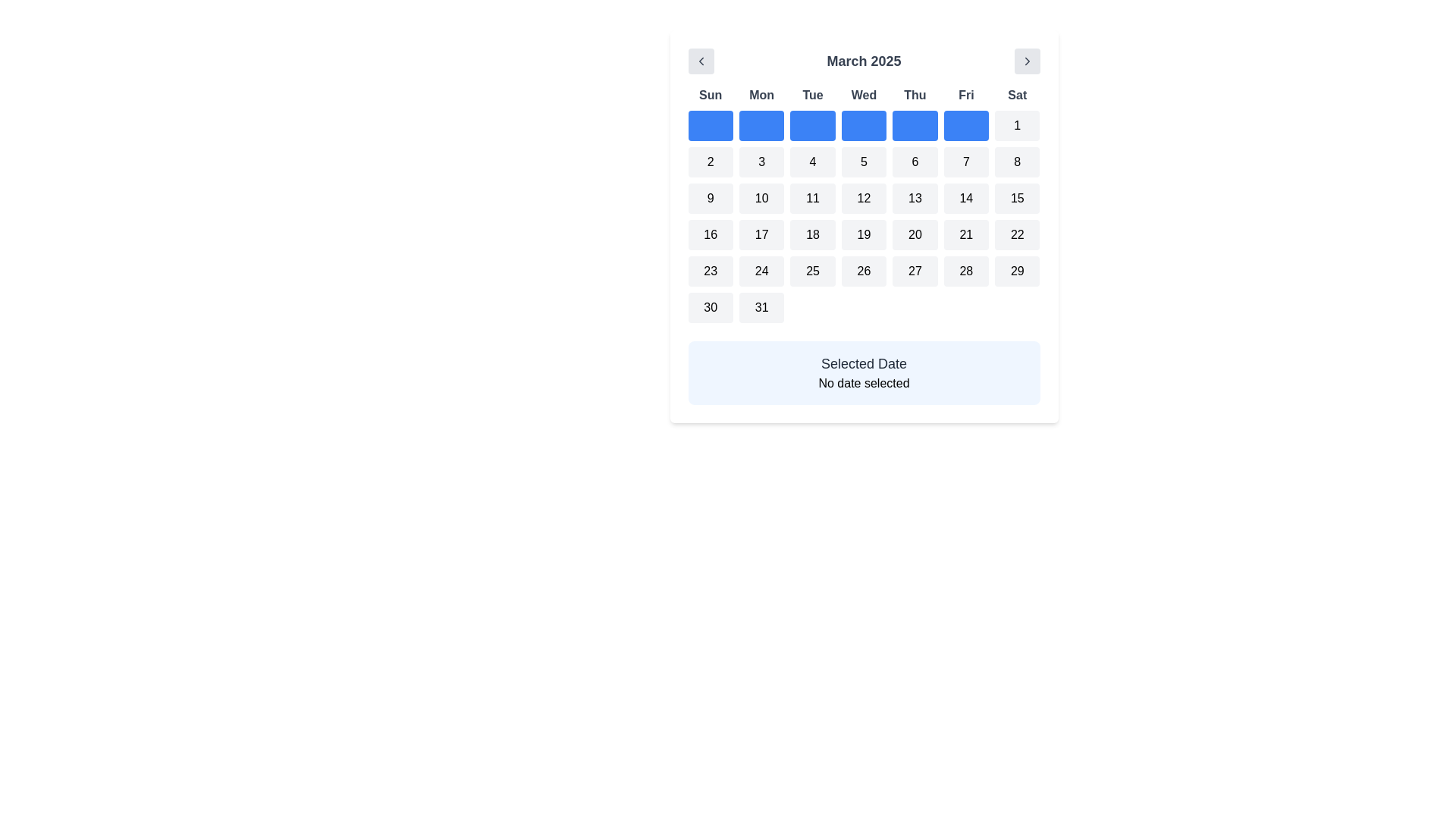 The image size is (1456, 819). What do you see at coordinates (812, 162) in the screenshot?
I see `the button labeled '4' with a gray background and rounded corners in the third column of the second row of the calendar grid` at bounding box center [812, 162].